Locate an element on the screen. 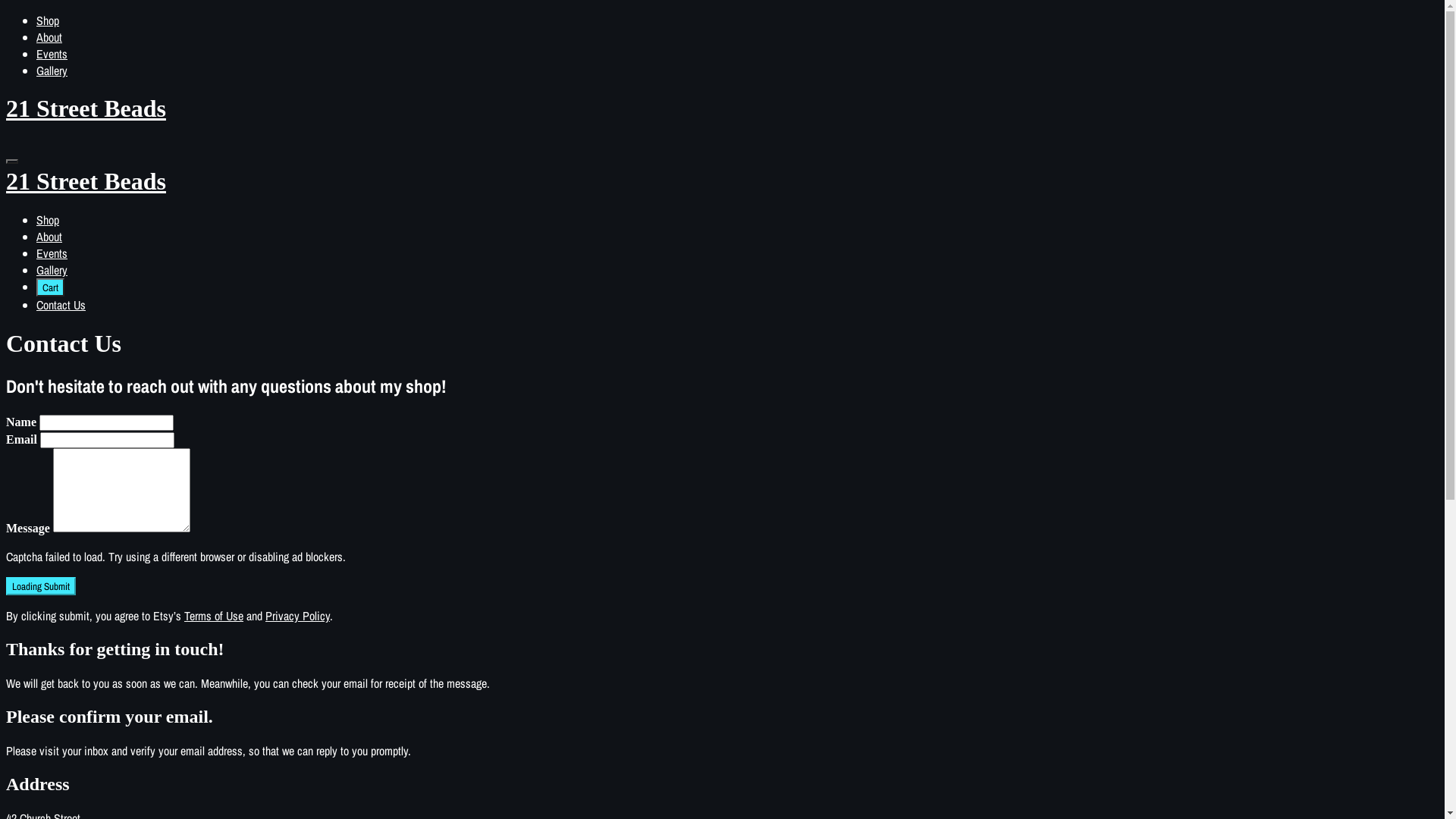 The width and height of the screenshot is (1456, 819). 'Shop' is located at coordinates (36, 20).